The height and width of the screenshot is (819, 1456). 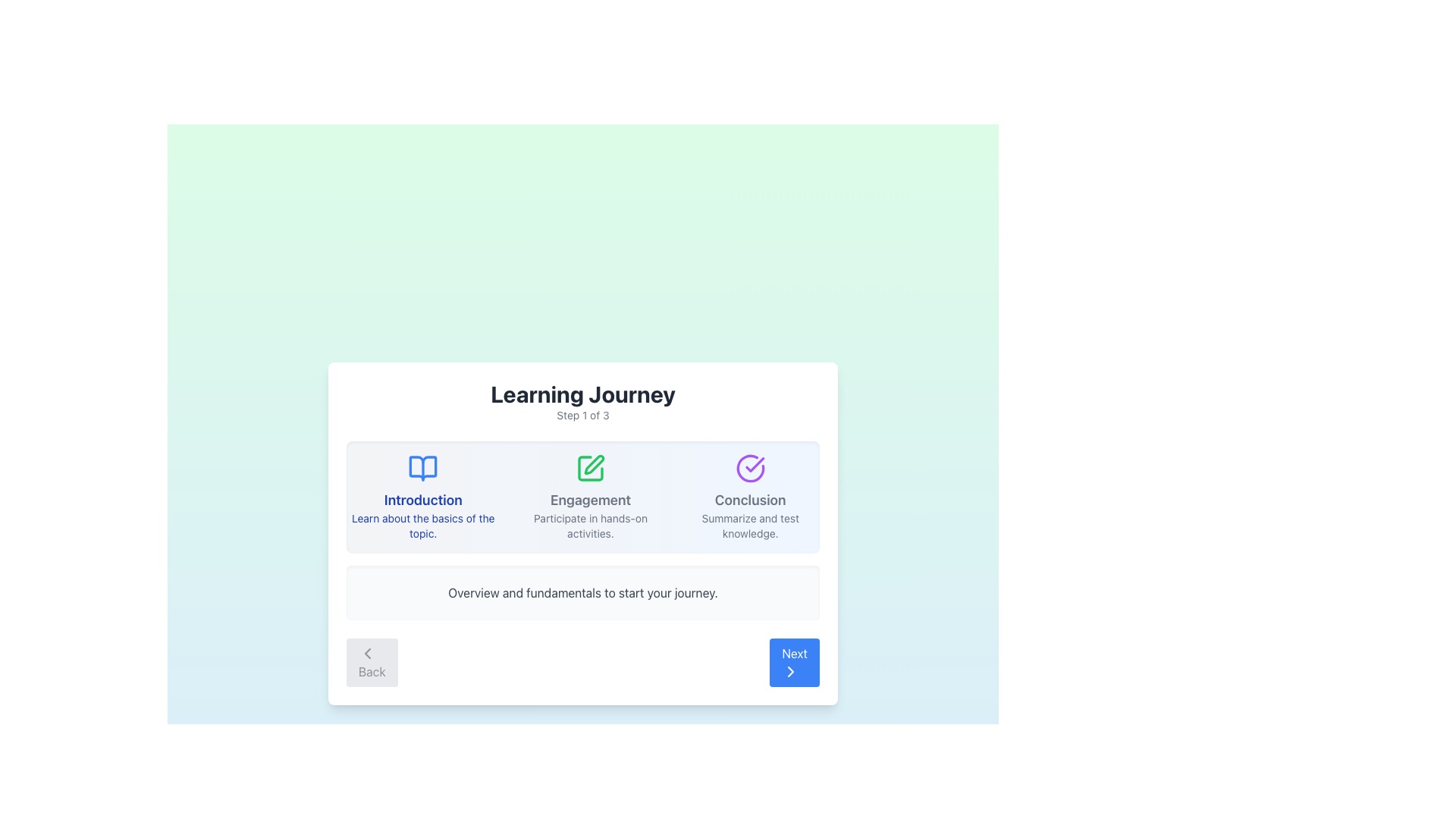 What do you see at coordinates (750, 497) in the screenshot?
I see `text of the informational block labeled 'Conclusion', which includes the check mark icon and the text 'Summarize and test knowledge.'` at bounding box center [750, 497].